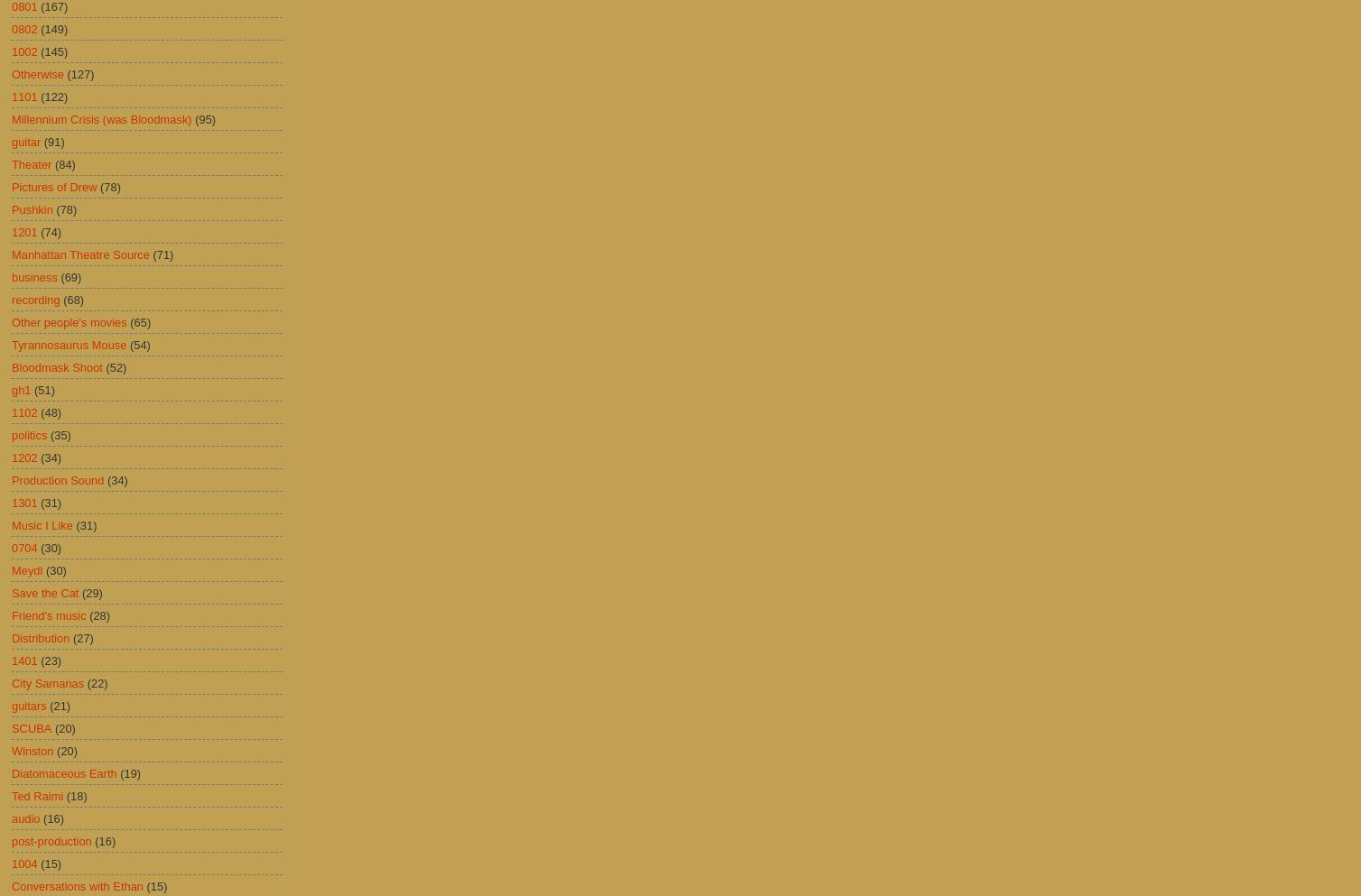  I want to click on '(91)', so click(53, 140).